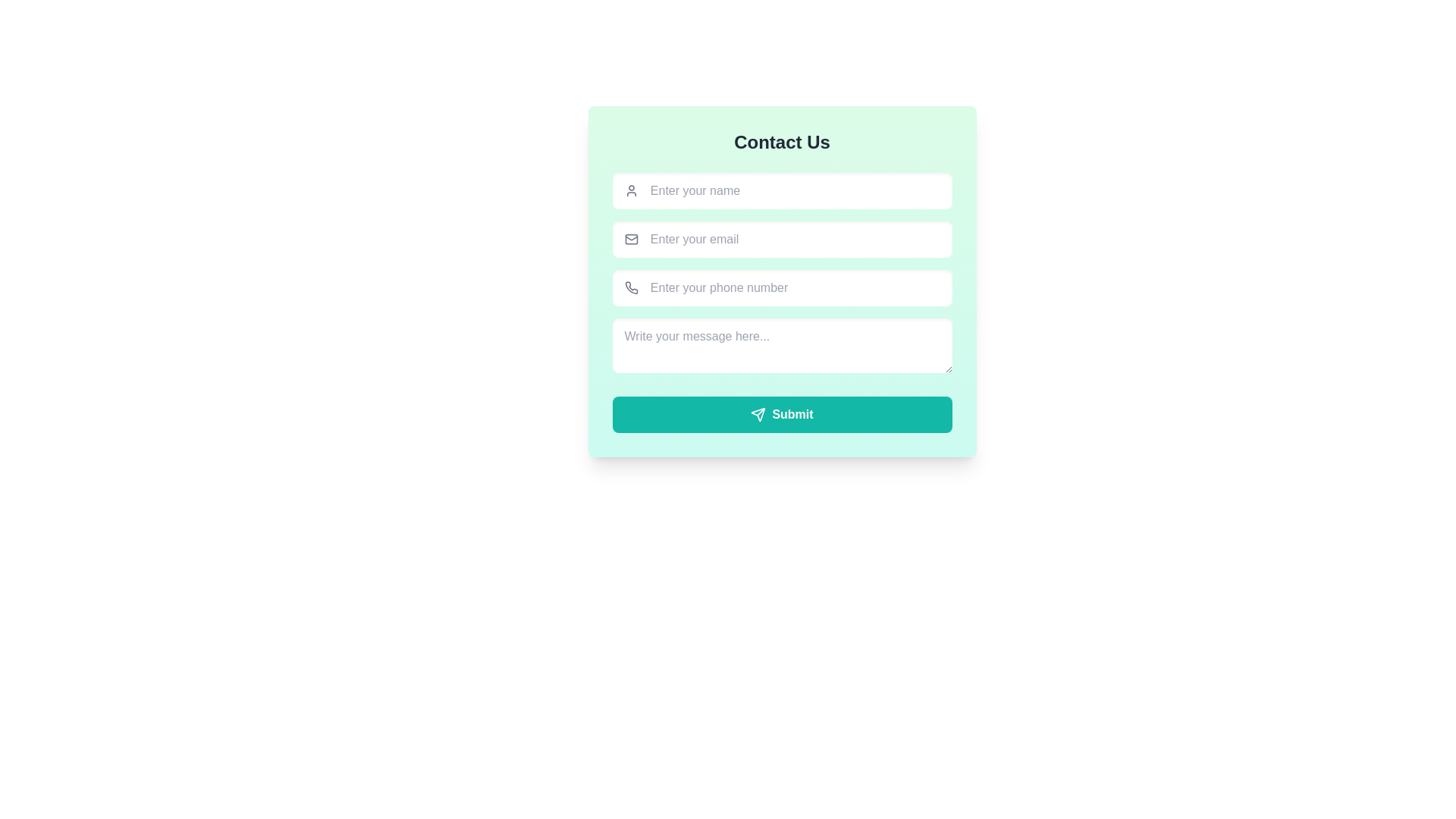 Image resolution: width=1456 pixels, height=819 pixels. What do you see at coordinates (631, 239) in the screenshot?
I see `the email icon located to the left of the 'Enter your email' text input area in the central form of the layout` at bounding box center [631, 239].